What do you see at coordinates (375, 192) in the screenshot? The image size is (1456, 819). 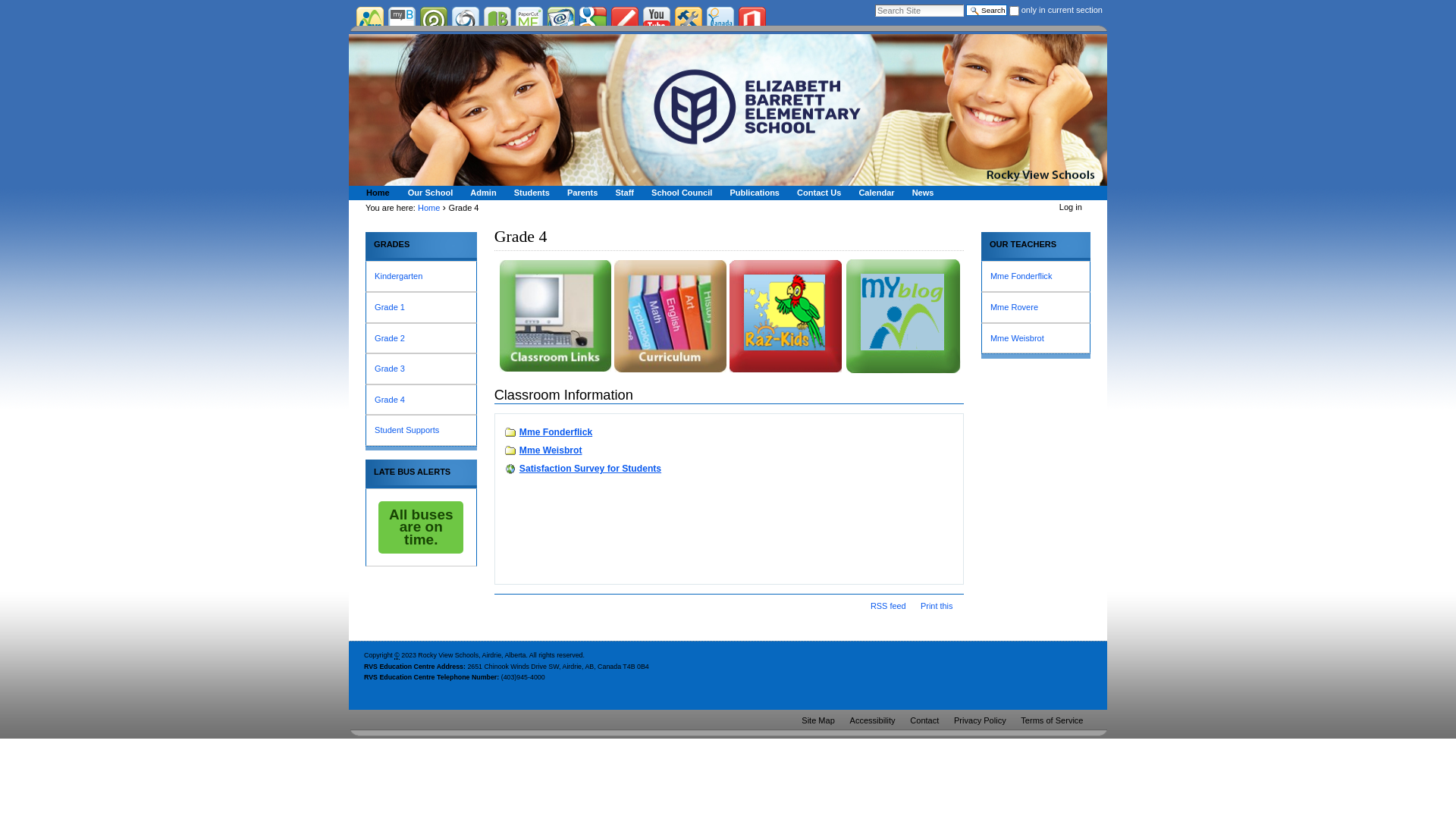 I see `'Home'` at bounding box center [375, 192].